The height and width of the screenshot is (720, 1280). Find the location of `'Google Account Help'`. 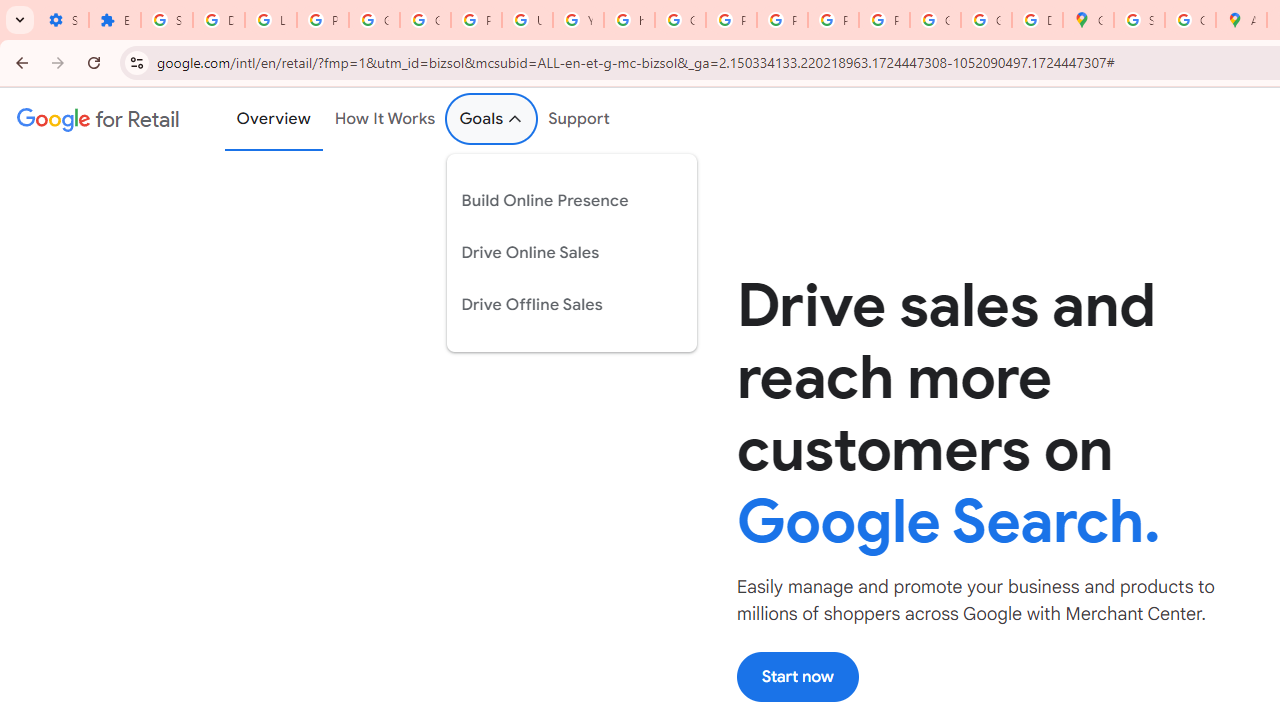

'Google Account Help' is located at coordinates (375, 20).